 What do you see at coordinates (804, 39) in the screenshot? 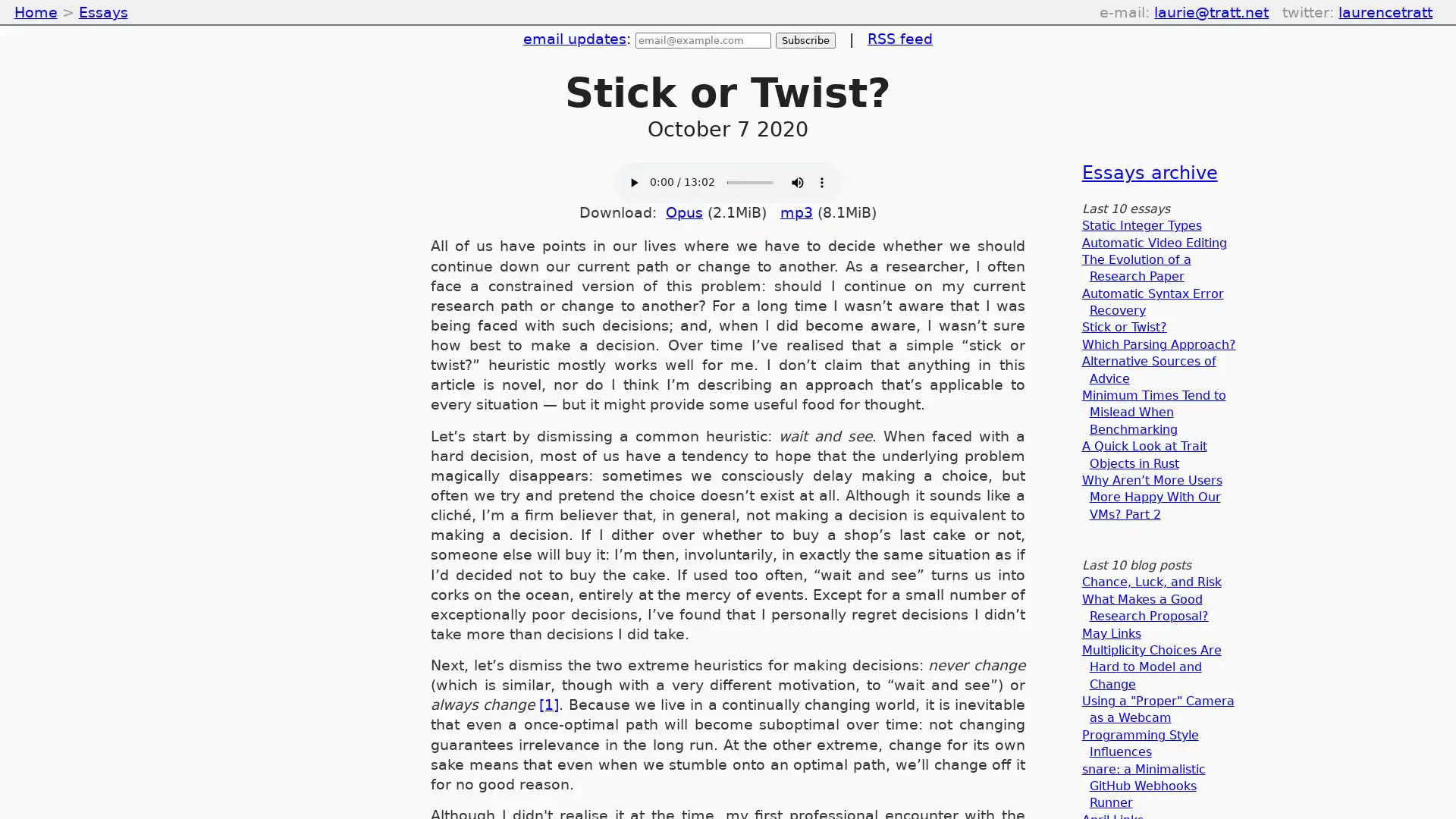
I see `Subscribe` at bounding box center [804, 39].